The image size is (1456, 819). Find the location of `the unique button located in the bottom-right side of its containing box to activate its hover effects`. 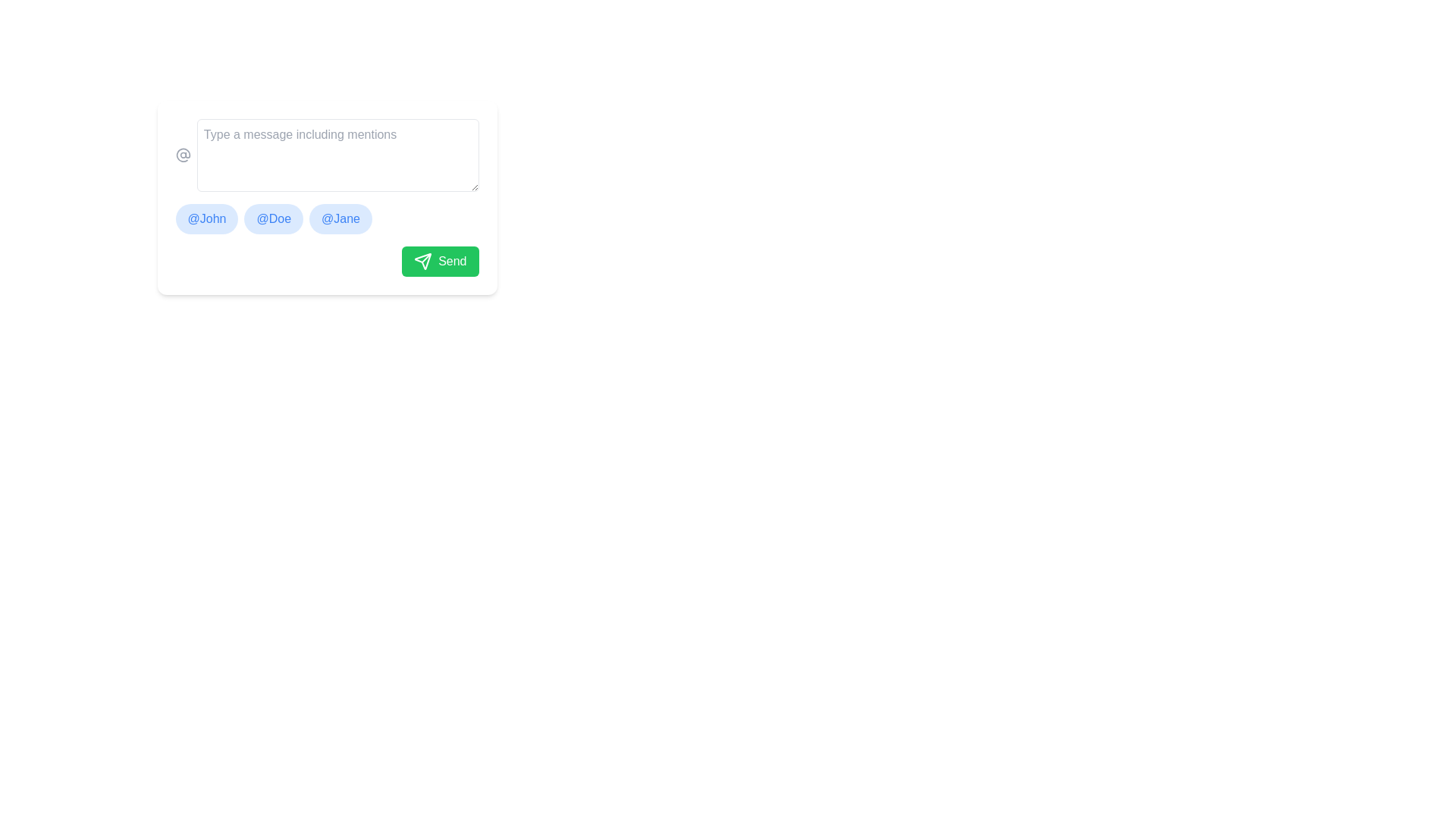

the unique button located in the bottom-right side of its containing box to activate its hover effects is located at coordinates (439, 260).